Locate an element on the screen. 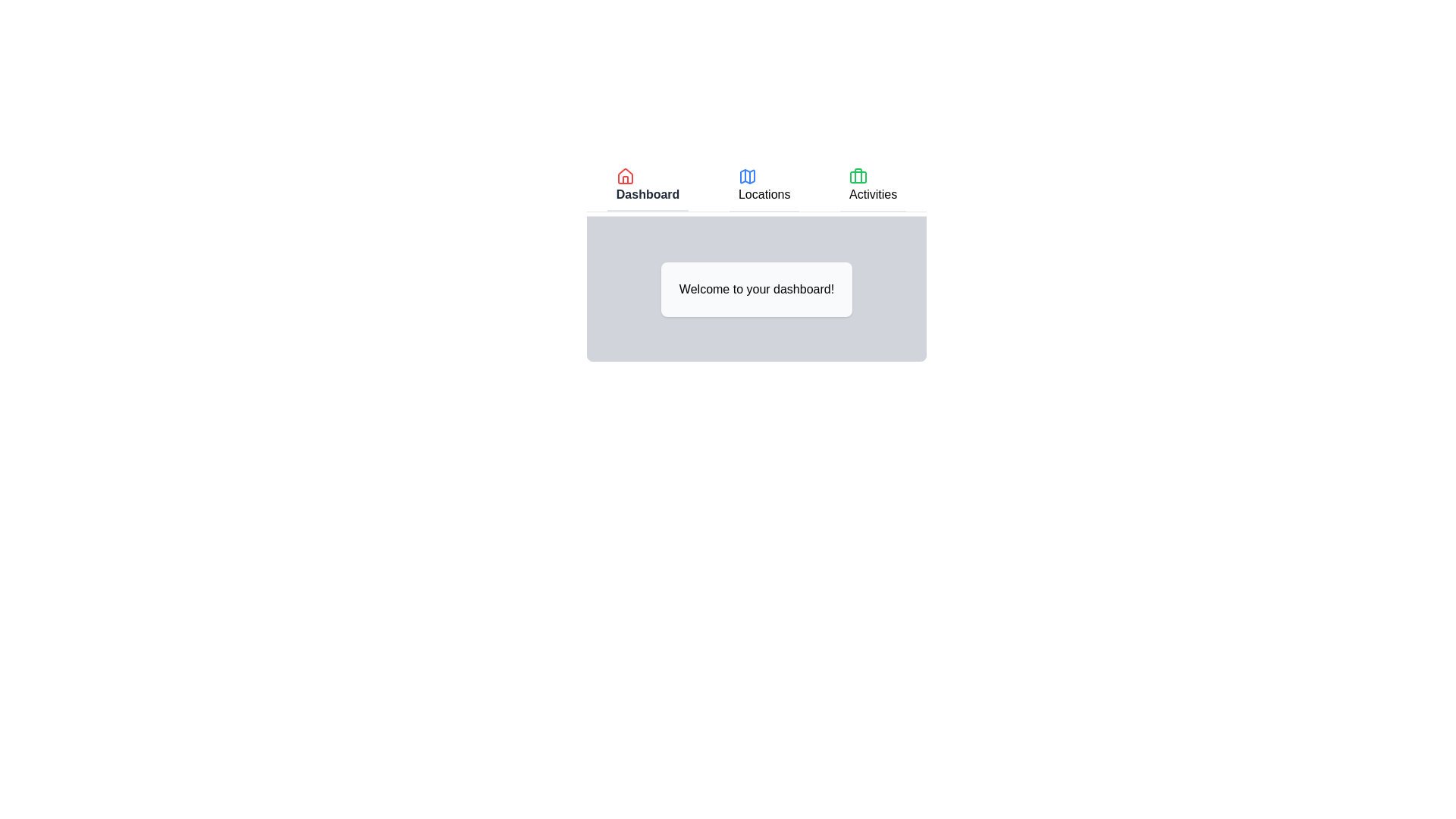 This screenshot has width=1456, height=819. the Activities tab to view its content is located at coordinates (873, 186).